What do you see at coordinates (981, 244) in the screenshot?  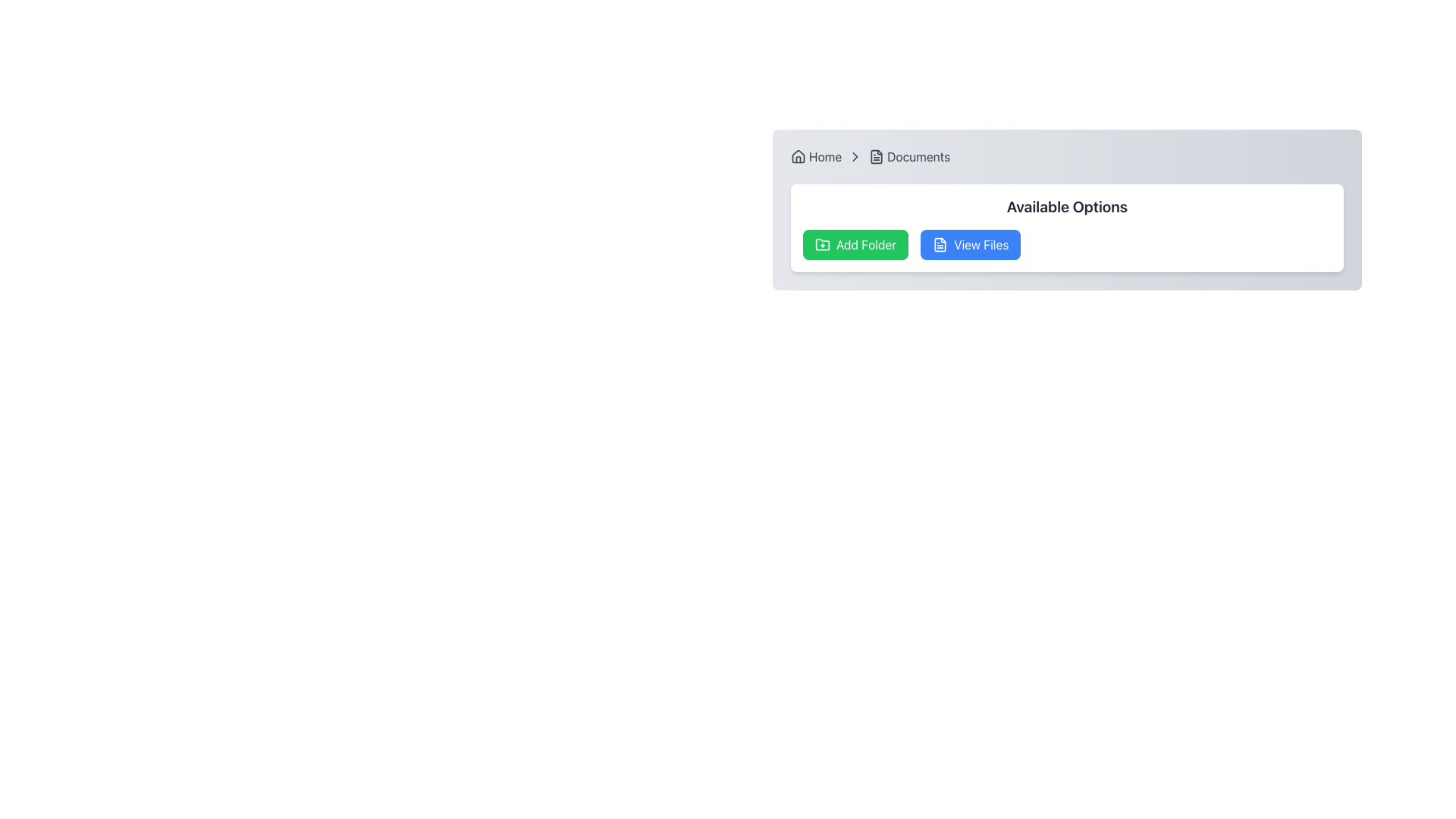 I see `the 'View Files' button, which is a blue button with white bold text, located` at bounding box center [981, 244].